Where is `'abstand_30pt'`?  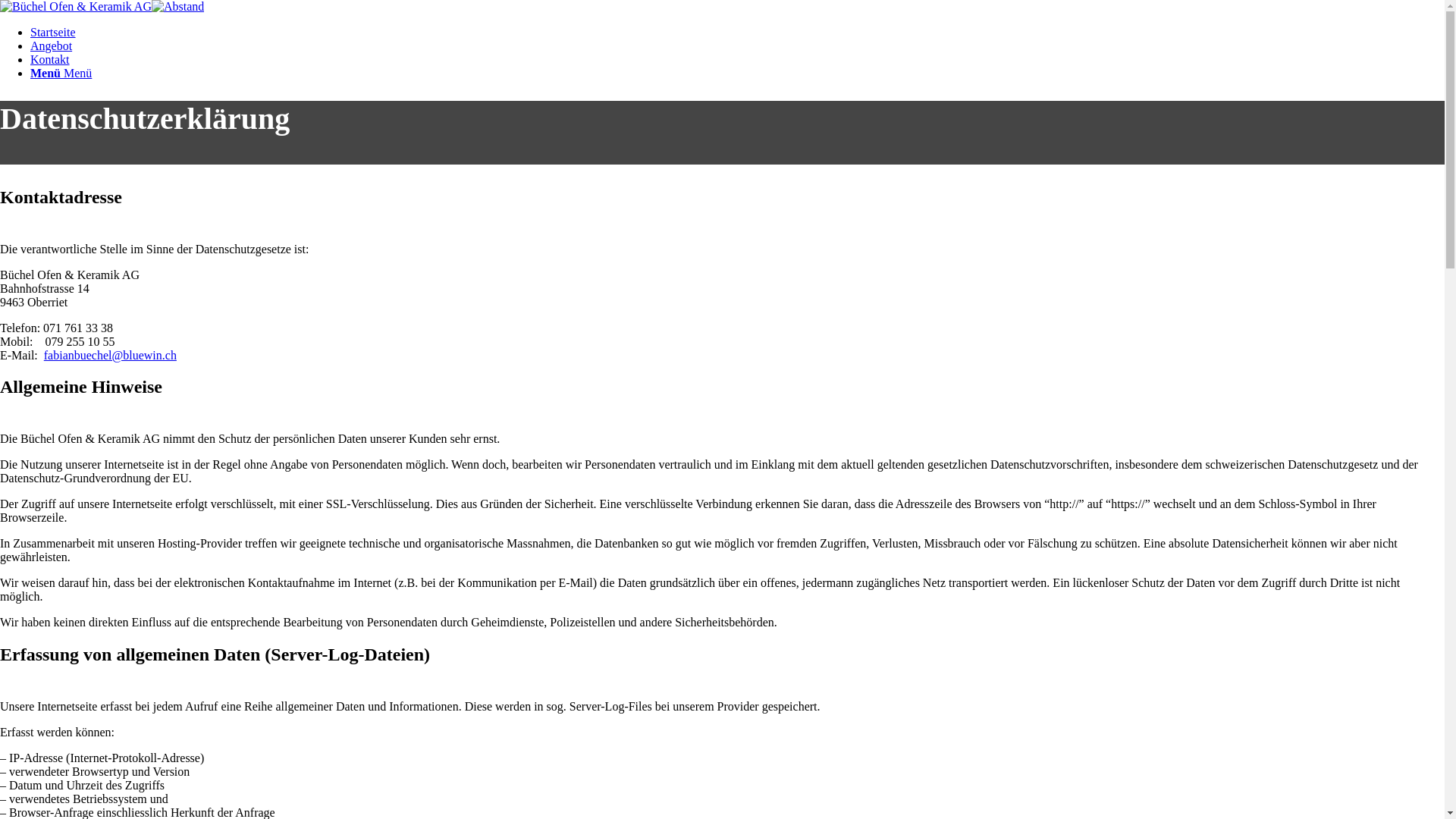 'abstand_30pt' is located at coordinates (152, 6).